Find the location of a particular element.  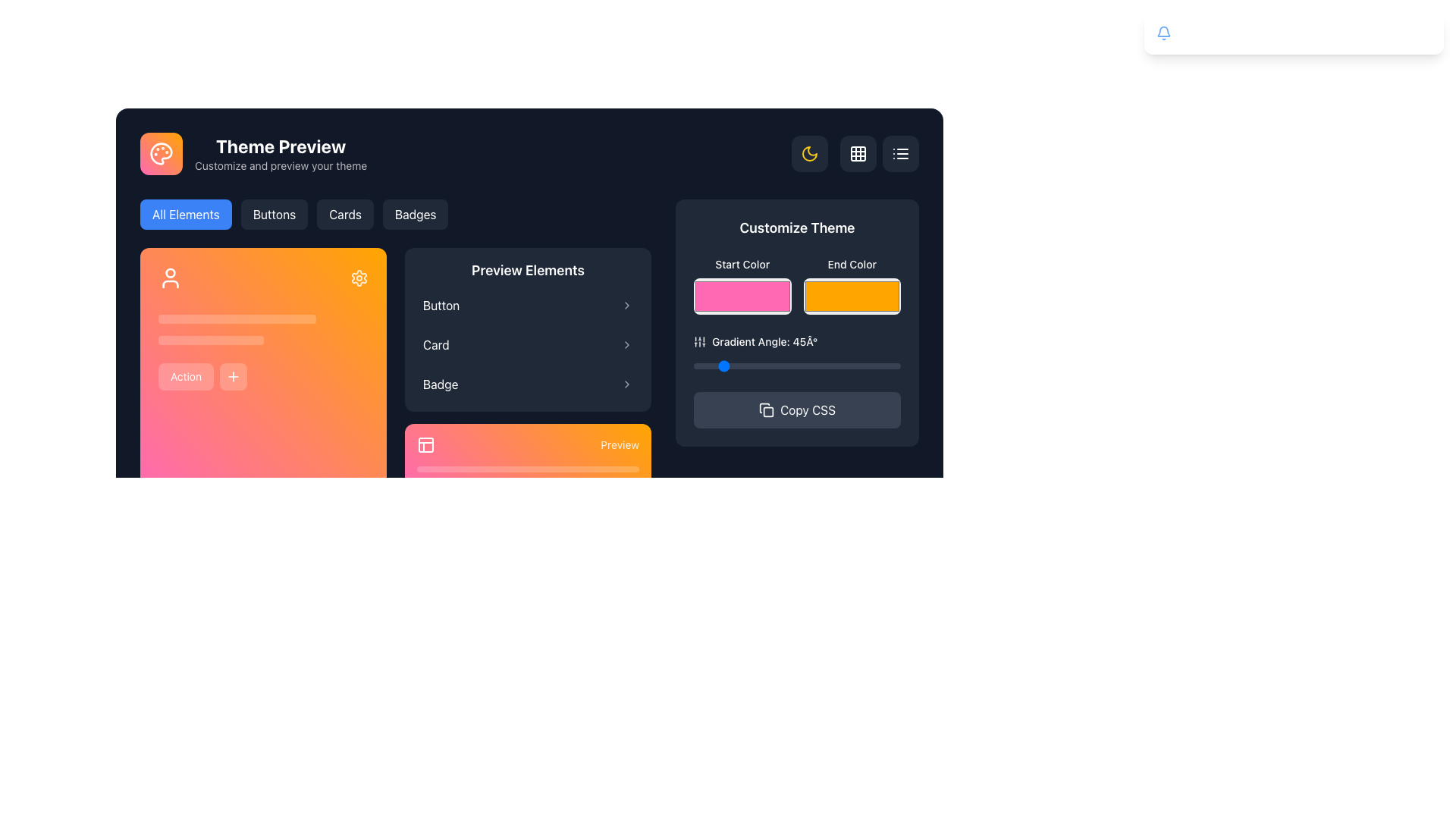

the slider value is located at coordinates (726, 366).